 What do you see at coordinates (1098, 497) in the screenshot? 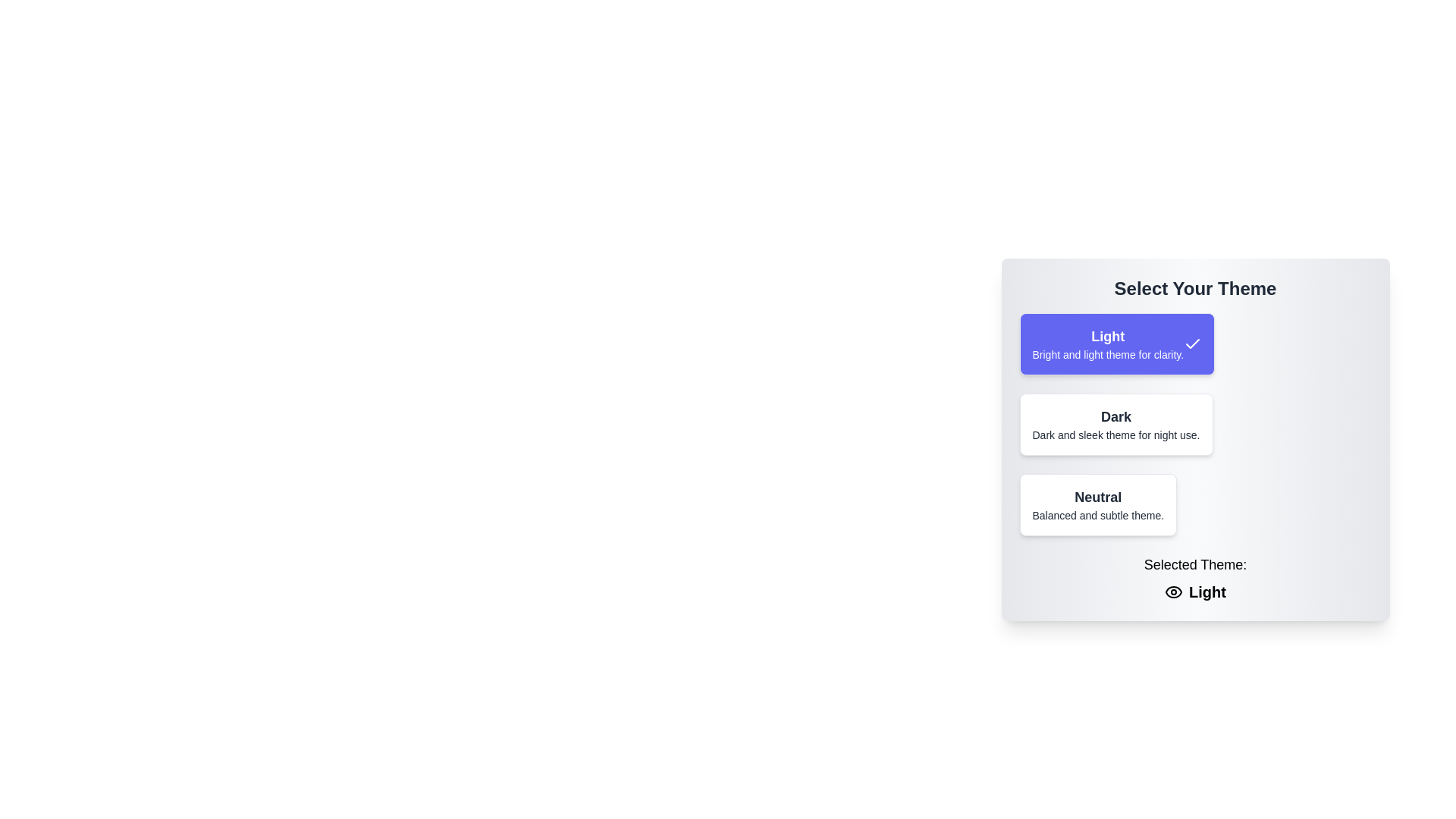
I see `the text label displaying 'Neutral', which is styled with bold and enlarged font, located in the center of the 'Neutral' theme selection button` at bounding box center [1098, 497].